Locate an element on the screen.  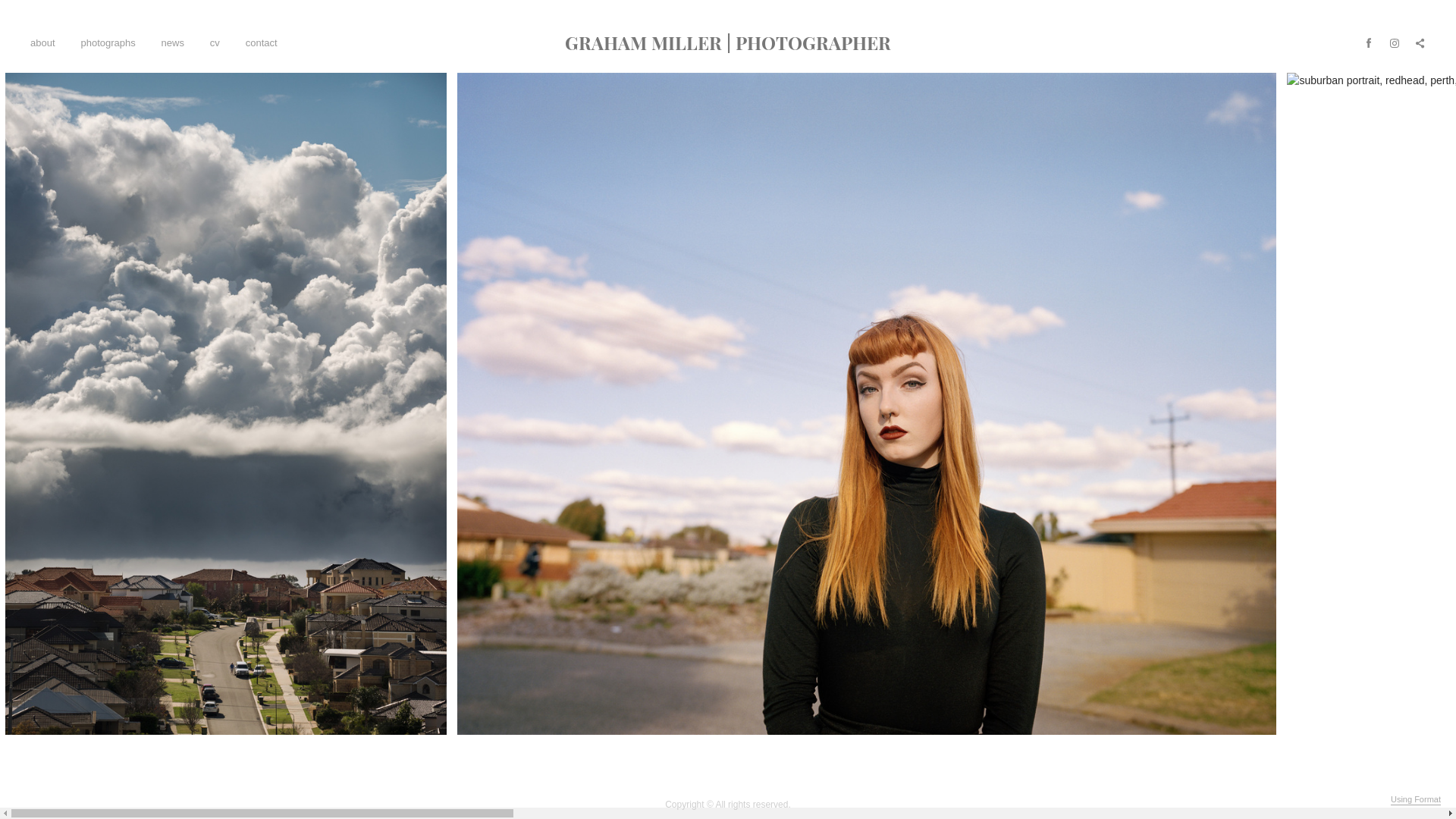
'Instagram' is located at coordinates (1394, 42).